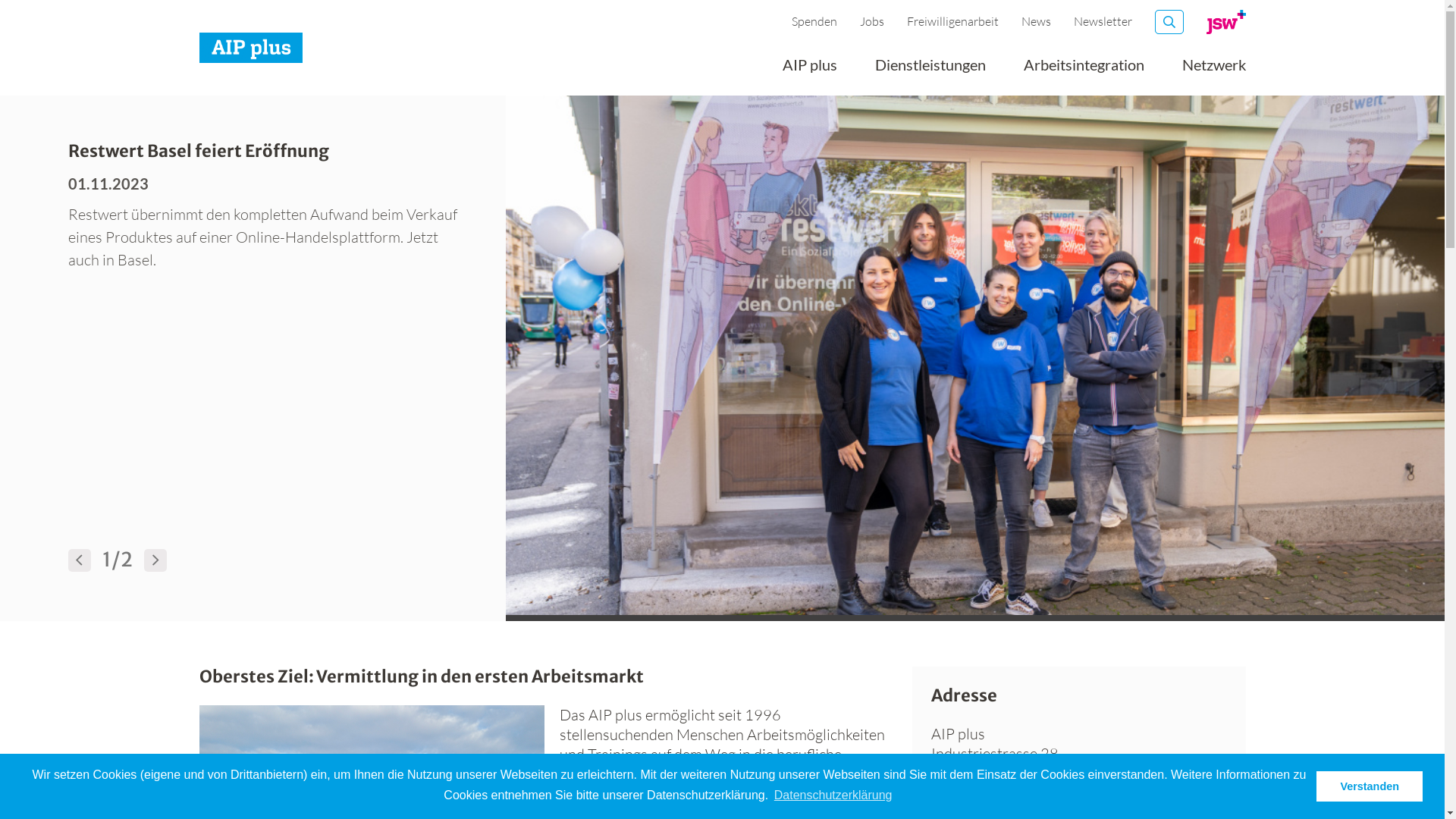 The image size is (1456, 819). What do you see at coordinates (1212, 70) in the screenshot?
I see `'Netzwerk'` at bounding box center [1212, 70].